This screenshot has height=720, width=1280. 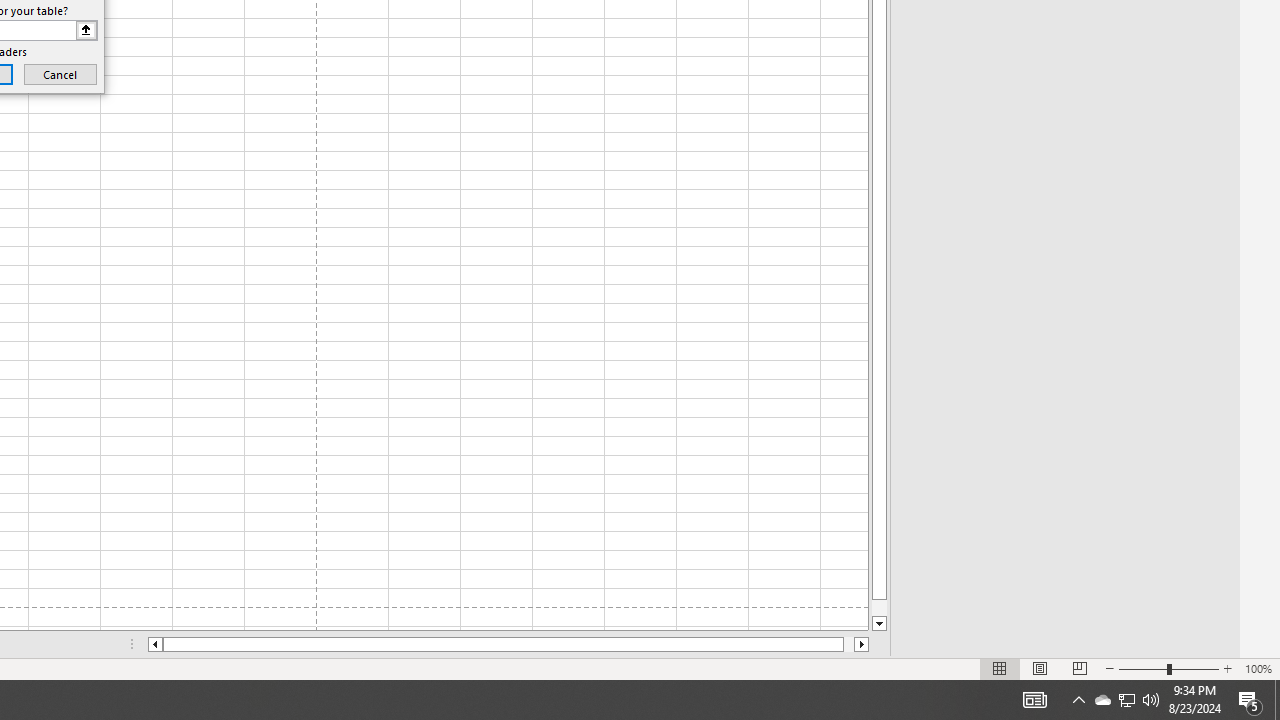 What do you see at coordinates (1078, 669) in the screenshot?
I see `'Page Break Preview'` at bounding box center [1078, 669].